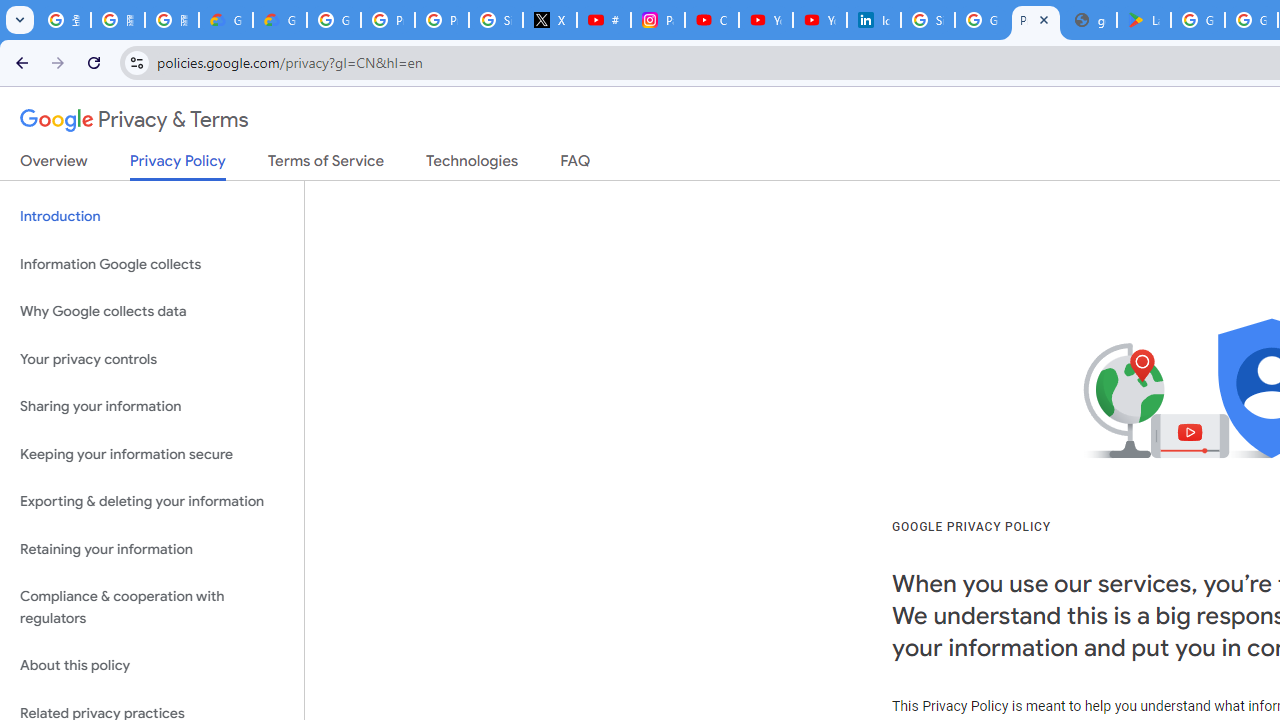 The height and width of the screenshot is (720, 1280). I want to click on 'YouTube Culture & Trends - YouTube Top 10, 2021', so click(819, 20).